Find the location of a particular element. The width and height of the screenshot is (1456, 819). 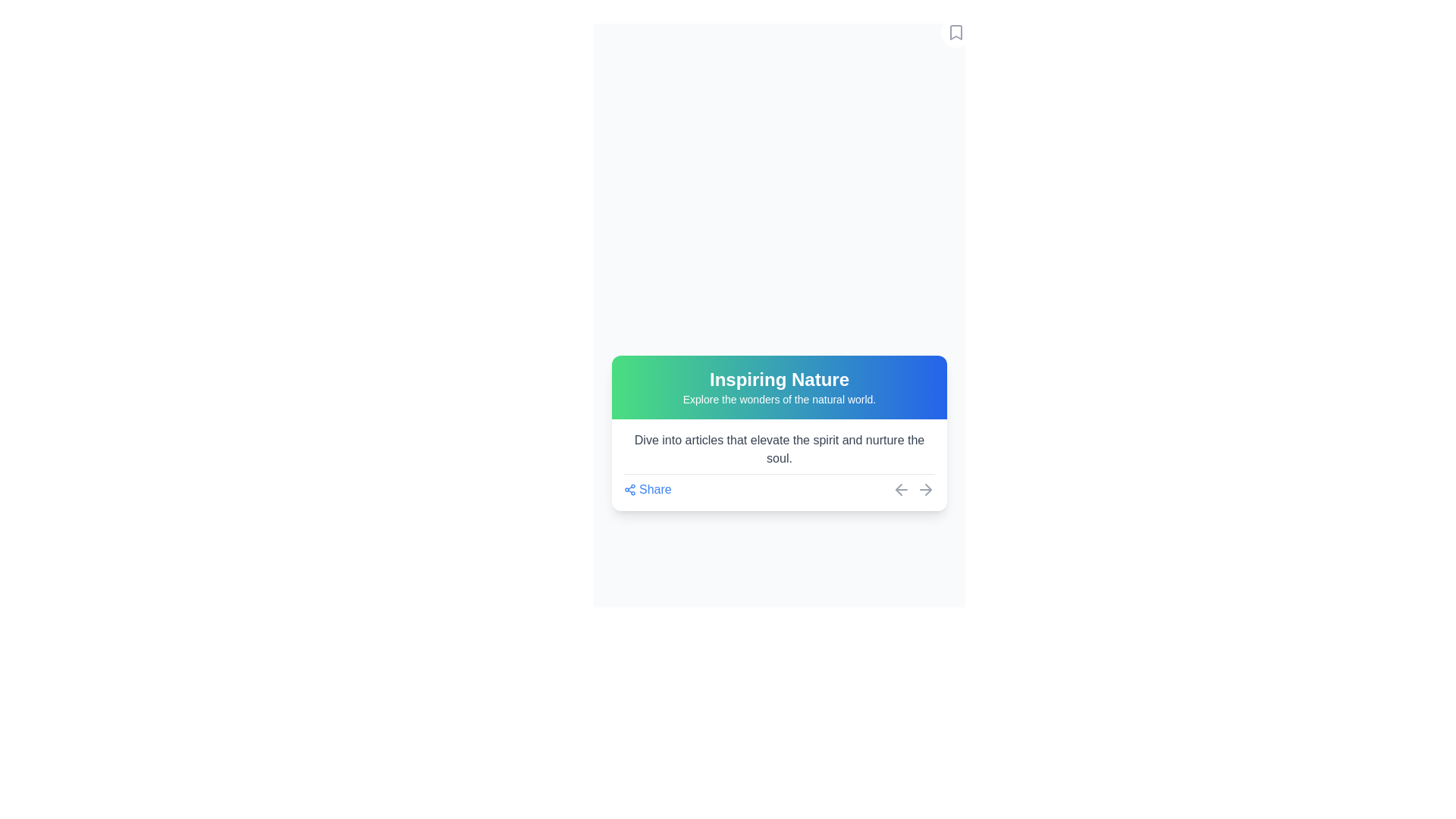

the share icon, which is a small blue icon resembling a share symbol made of three connected circles, located to the left of the text 'Share' at the bottom-left corner of the 'Inspiring Nature' card is located at coordinates (629, 489).